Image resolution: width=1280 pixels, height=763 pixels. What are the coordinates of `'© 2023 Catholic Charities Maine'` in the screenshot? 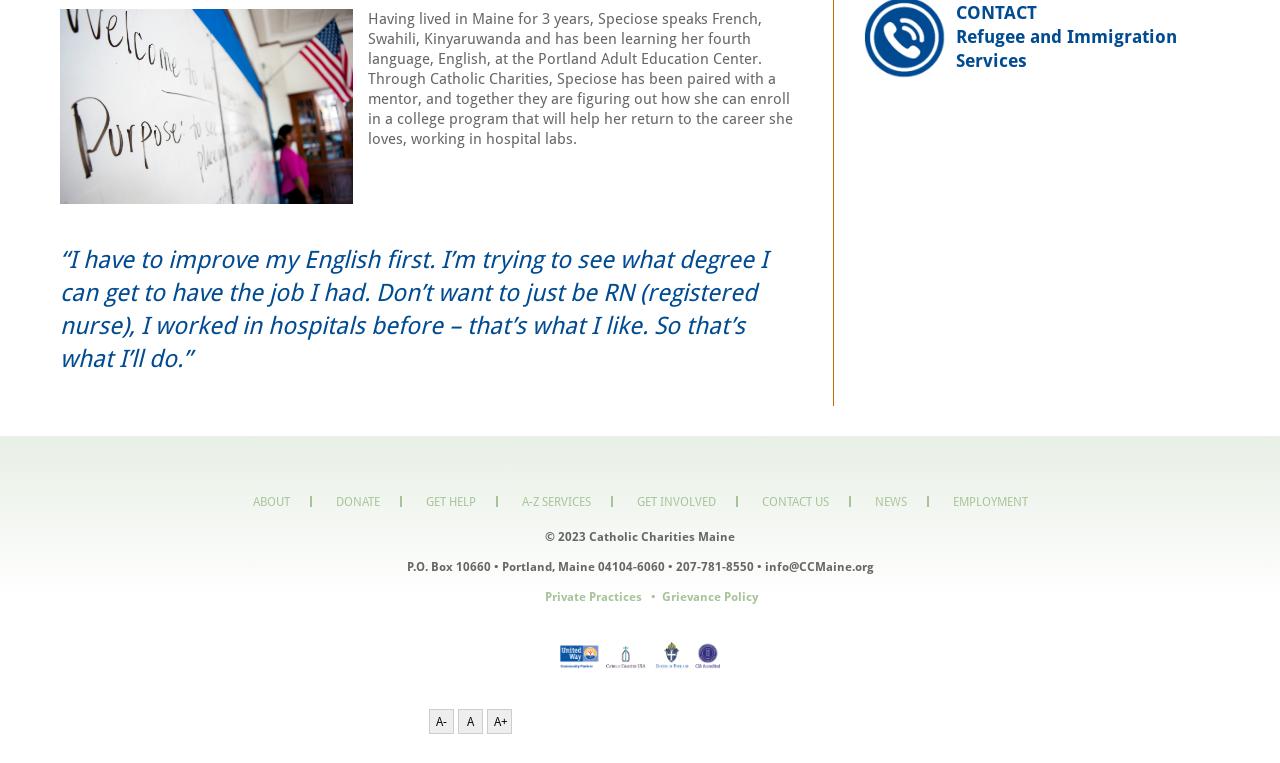 It's located at (640, 536).